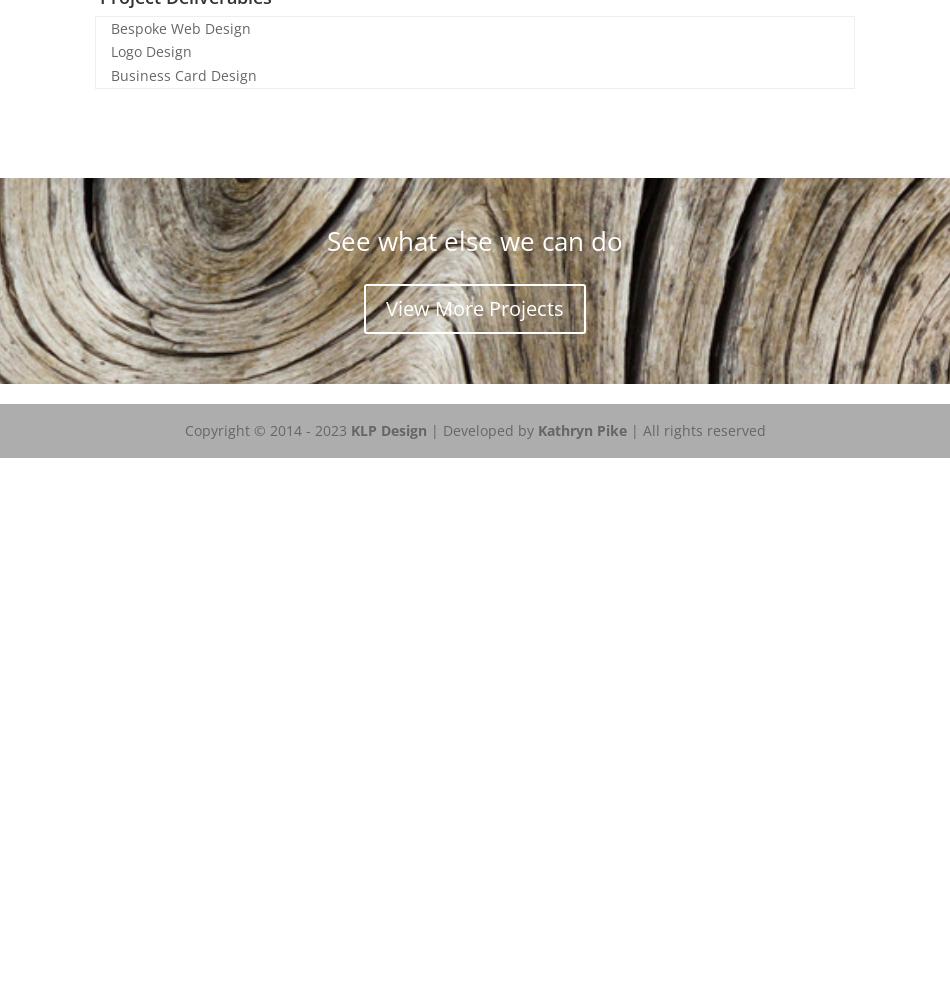 The width and height of the screenshot is (950, 1000). What do you see at coordinates (151, 51) in the screenshot?
I see `'Logo Design'` at bounding box center [151, 51].